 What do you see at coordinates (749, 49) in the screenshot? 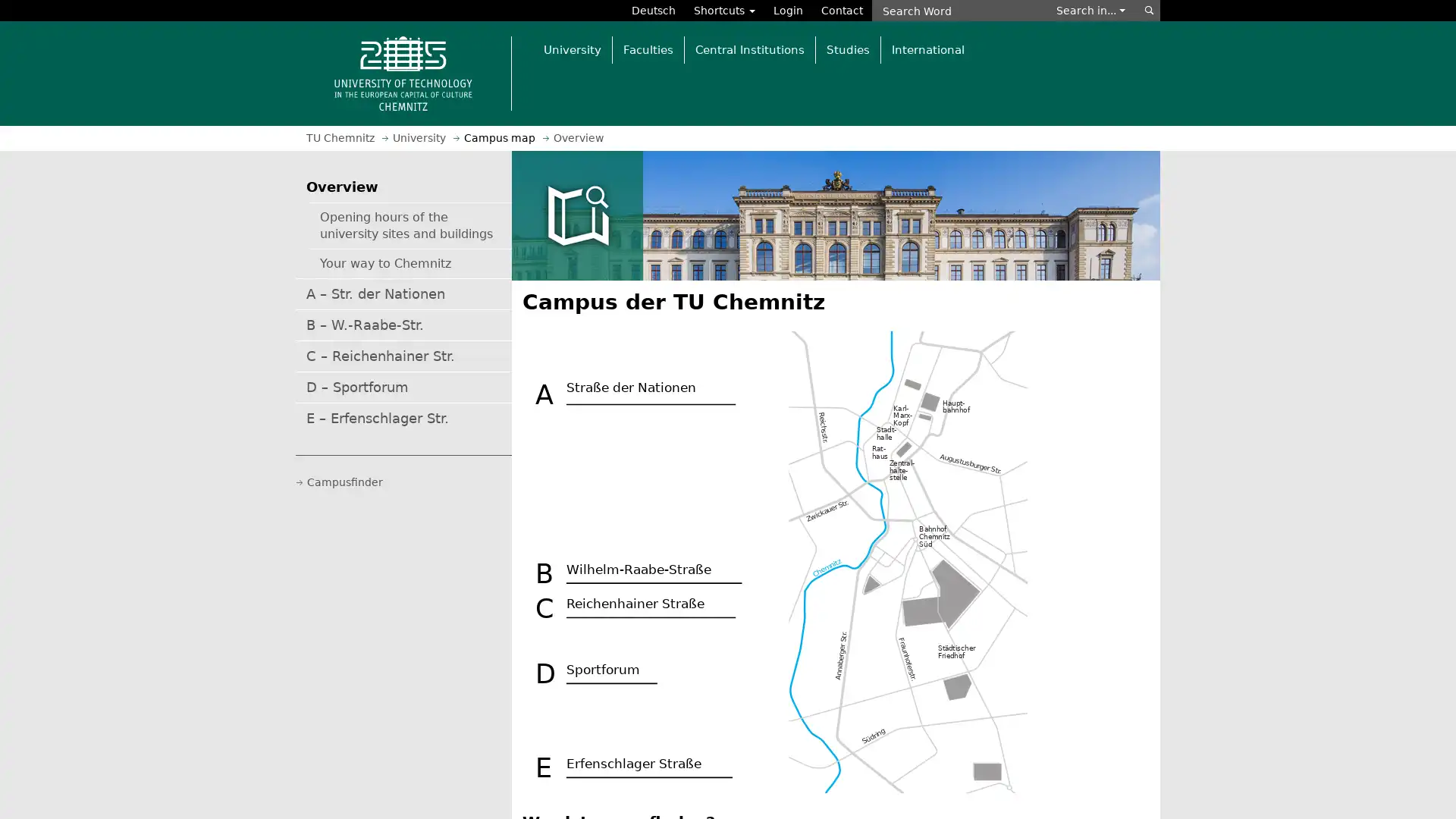
I see `Central Institutions` at bounding box center [749, 49].